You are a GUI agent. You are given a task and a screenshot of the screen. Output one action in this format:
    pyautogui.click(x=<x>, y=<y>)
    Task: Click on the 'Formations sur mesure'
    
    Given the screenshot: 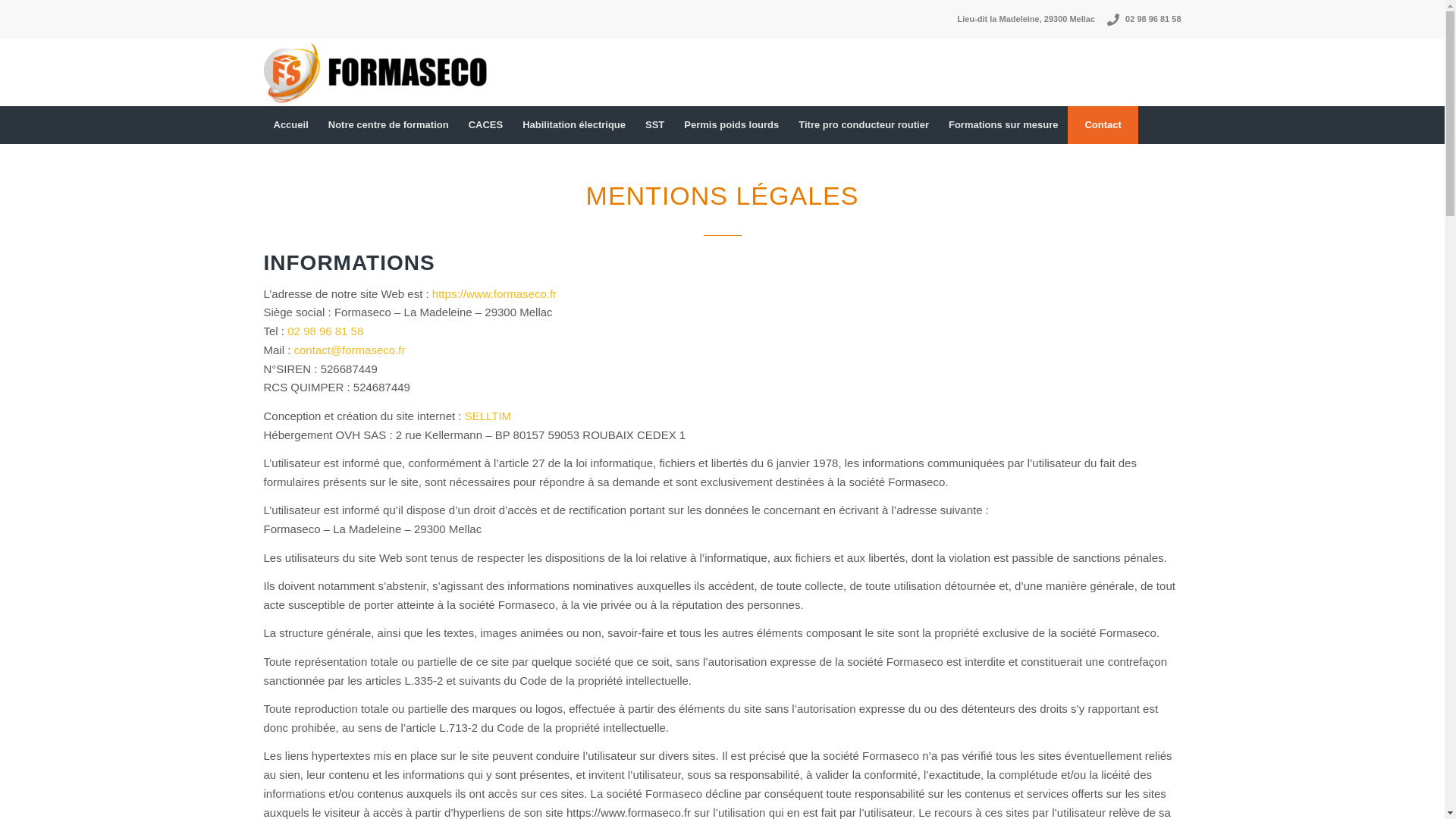 What is the action you would take?
    pyautogui.click(x=1003, y=124)
    